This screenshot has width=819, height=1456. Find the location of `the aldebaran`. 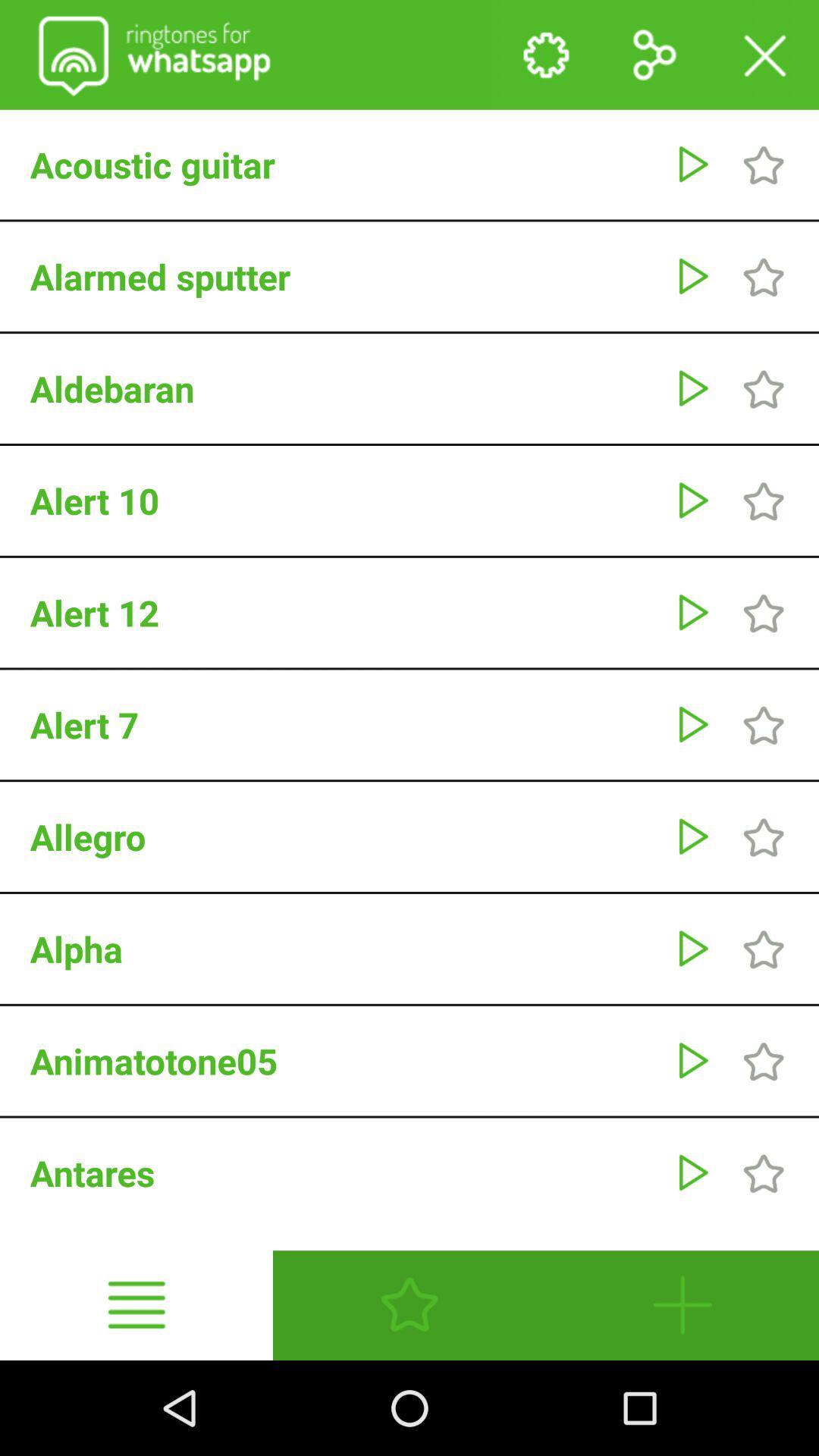

the aldebaran is located at coordinates (344, 388).